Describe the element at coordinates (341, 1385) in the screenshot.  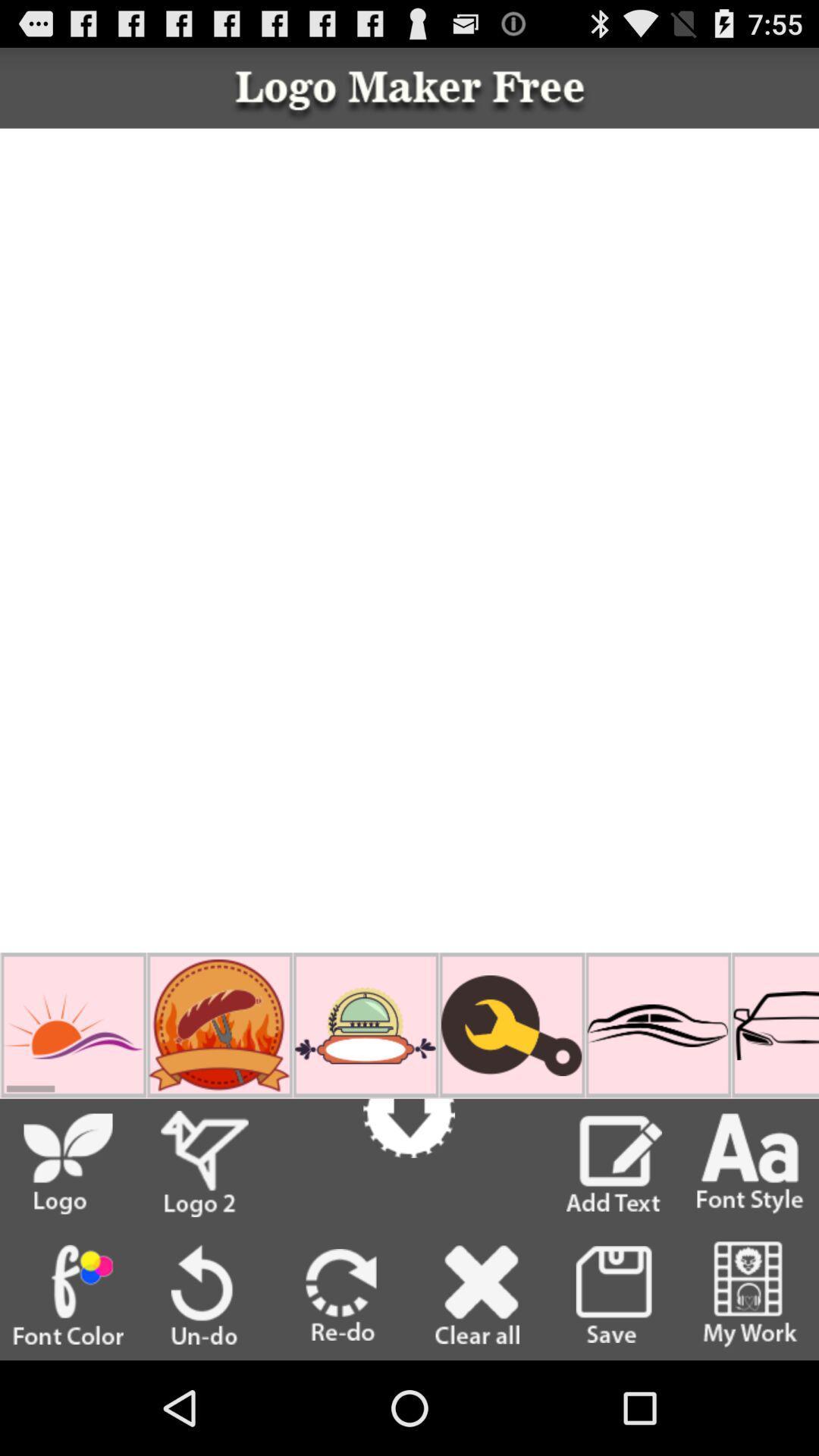
I see `the redo icon` at that location.